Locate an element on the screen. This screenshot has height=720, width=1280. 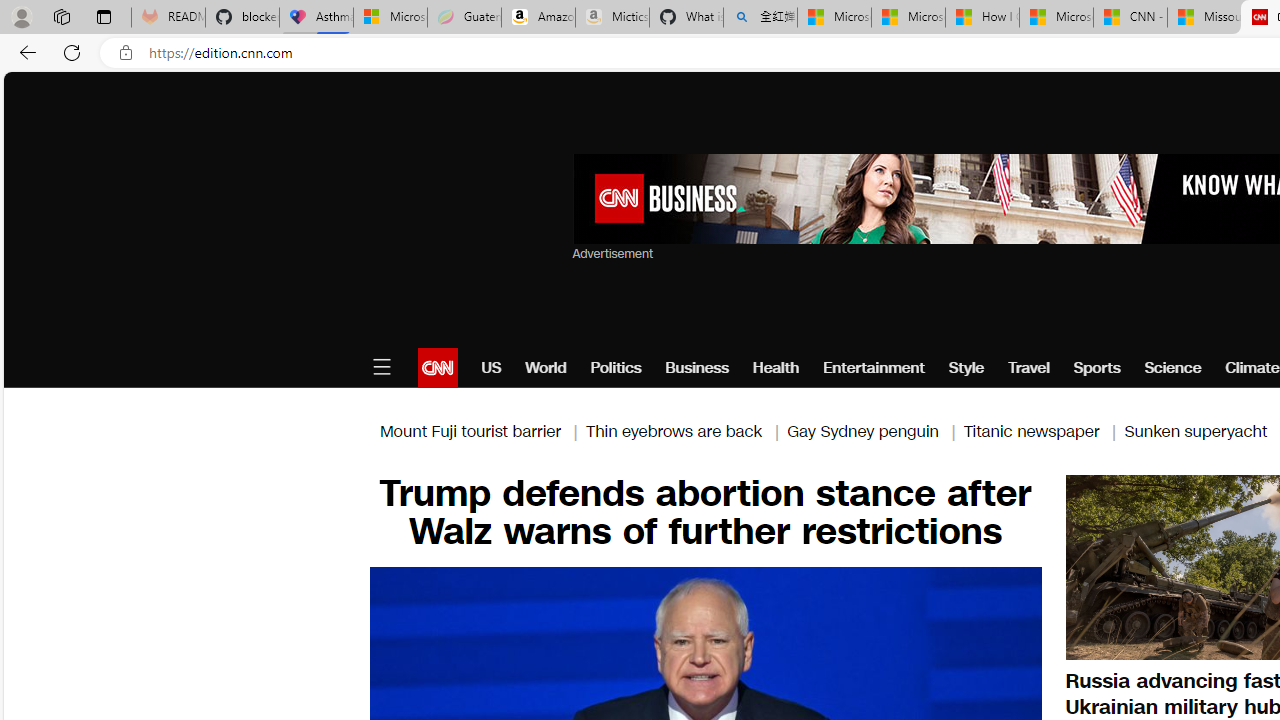
'Entertainment' is located at coordinates (874, 367).